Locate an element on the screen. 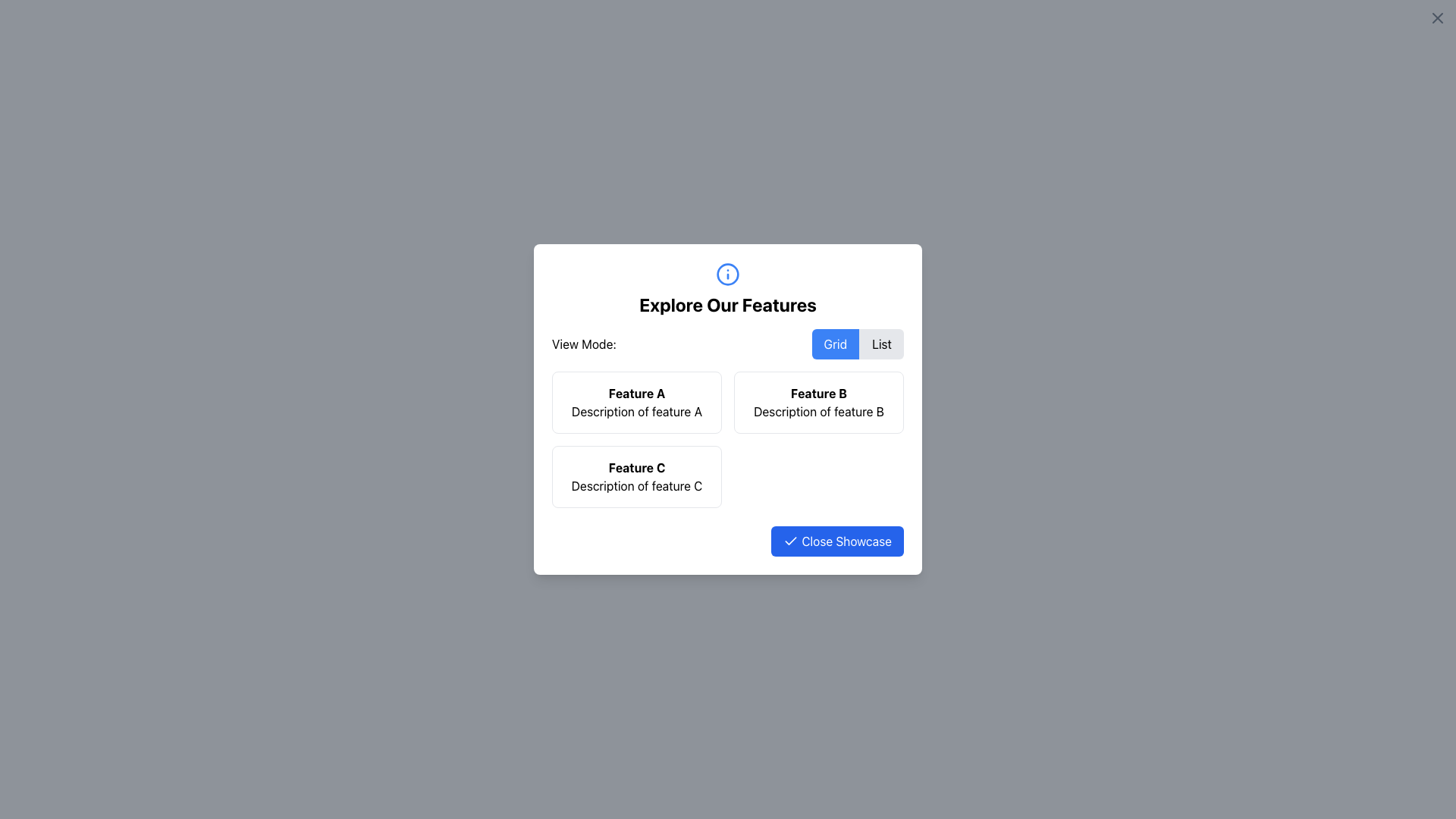  the Information card that describes 'Feature C', located in the lower-left corner of the two-column grid structure, positioned after 'Feature A' and below 'Feature B' is located at coordinates (637, 475).